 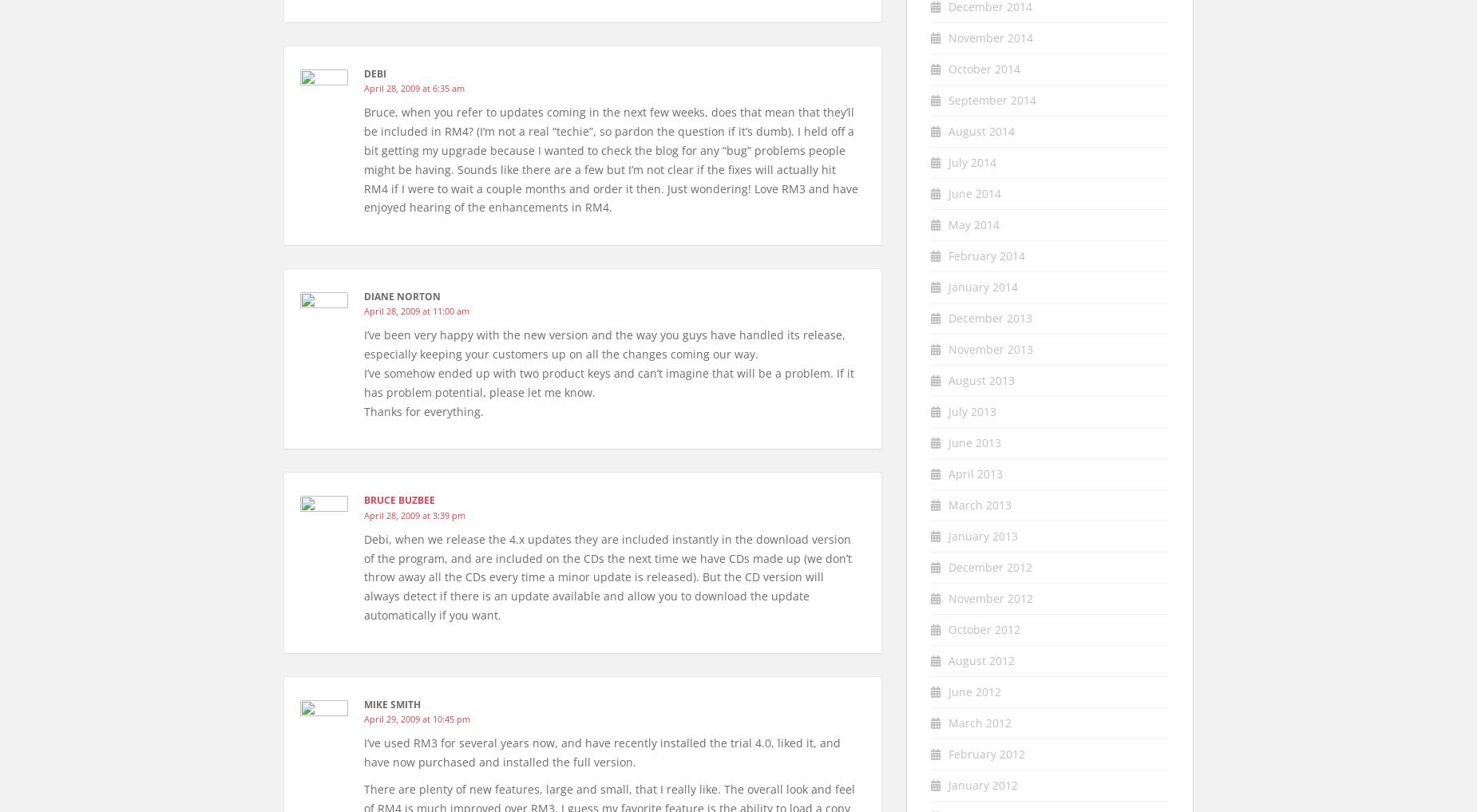 I want to click on 'Mike Smith', so click(x=392, y=703).